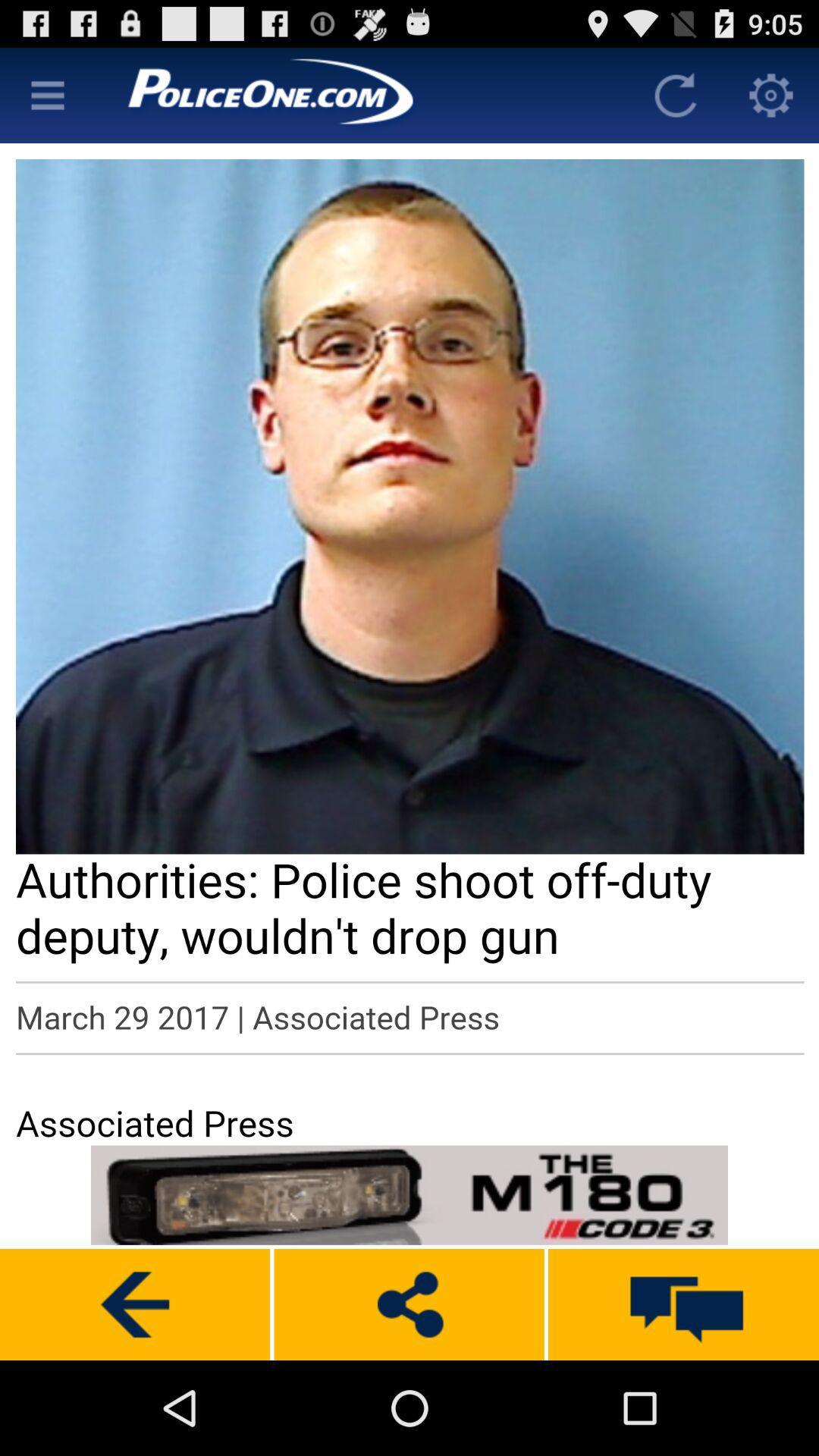 This screenshot has height=1456, width=819. What do you see at coordinates (675, 94) in the screenshot?
I see `refresh` at bounding box center [675, 94].